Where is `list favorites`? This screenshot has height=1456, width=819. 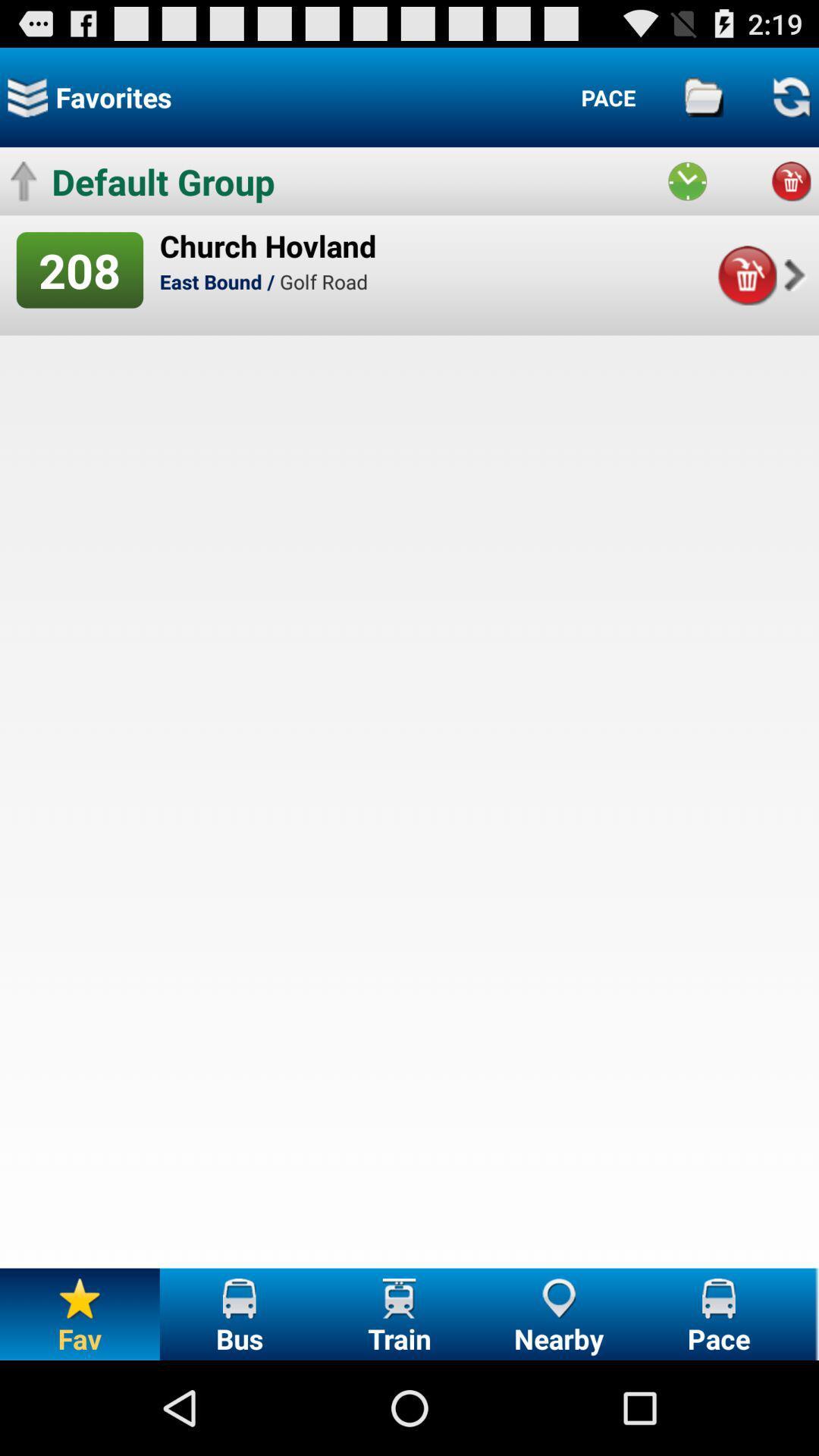 list favorites is located at coordinates (27, 96).